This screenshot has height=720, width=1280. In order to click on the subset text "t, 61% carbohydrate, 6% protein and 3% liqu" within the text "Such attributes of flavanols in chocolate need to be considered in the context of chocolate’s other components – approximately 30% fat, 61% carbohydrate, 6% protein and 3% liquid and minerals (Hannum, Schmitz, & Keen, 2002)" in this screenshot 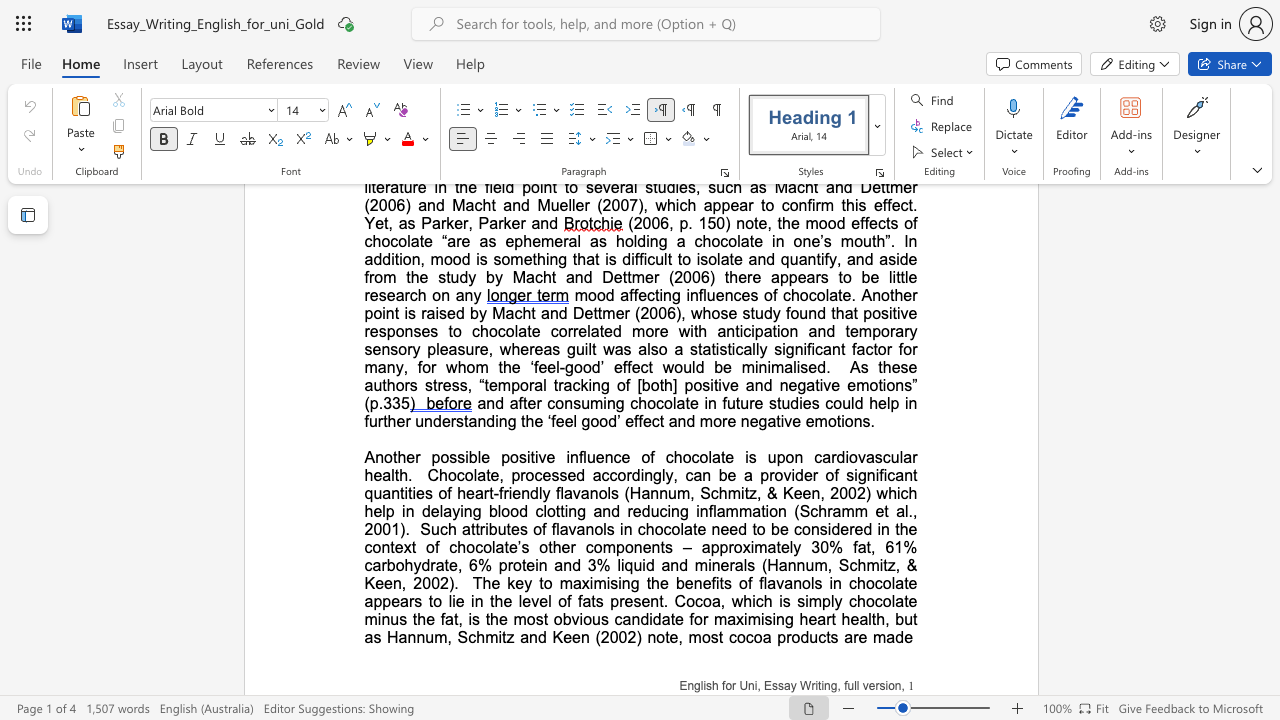, I will do `click(866, 547)`.